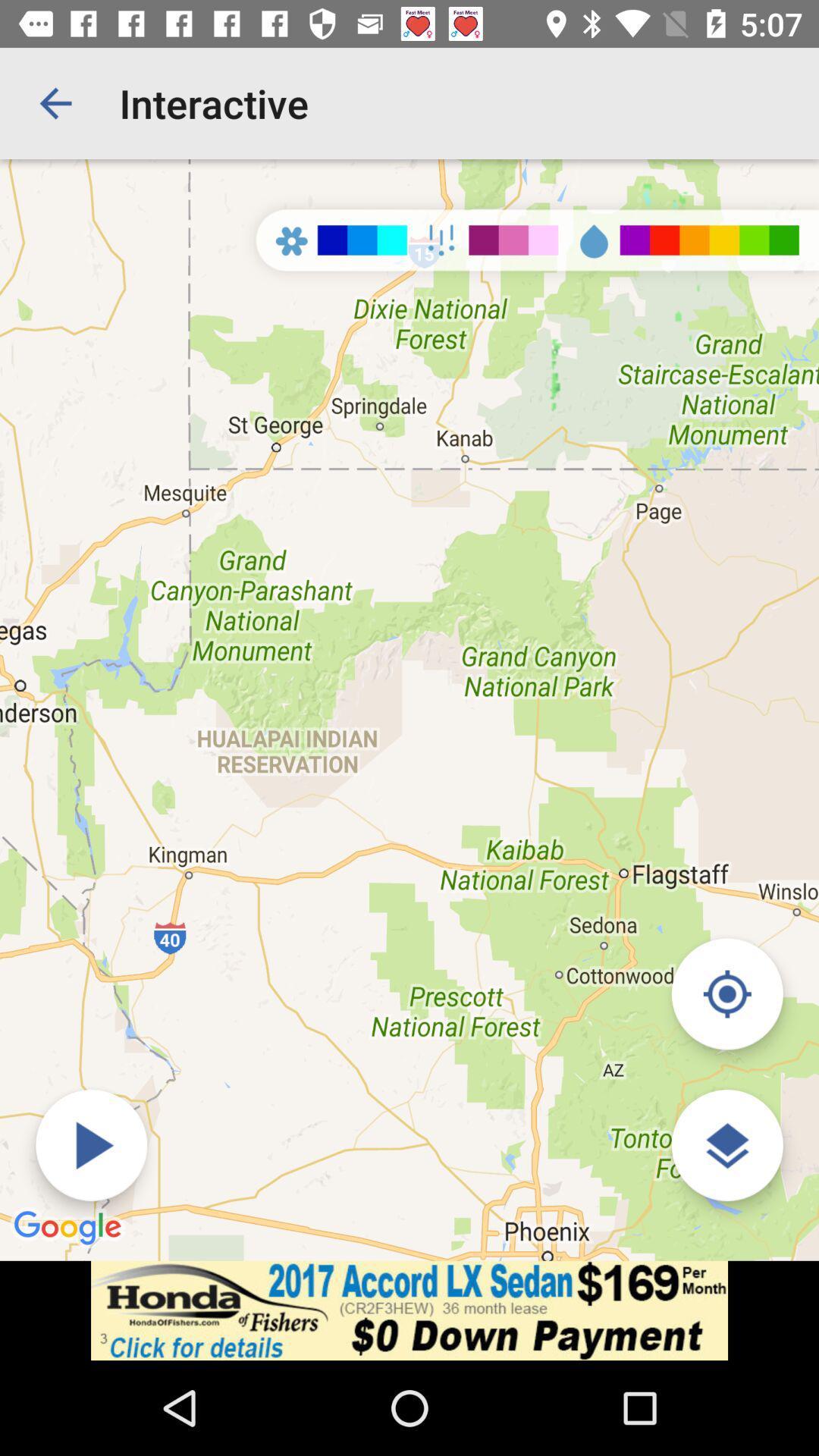  I want to click on the play icon, so click(91, 1145).